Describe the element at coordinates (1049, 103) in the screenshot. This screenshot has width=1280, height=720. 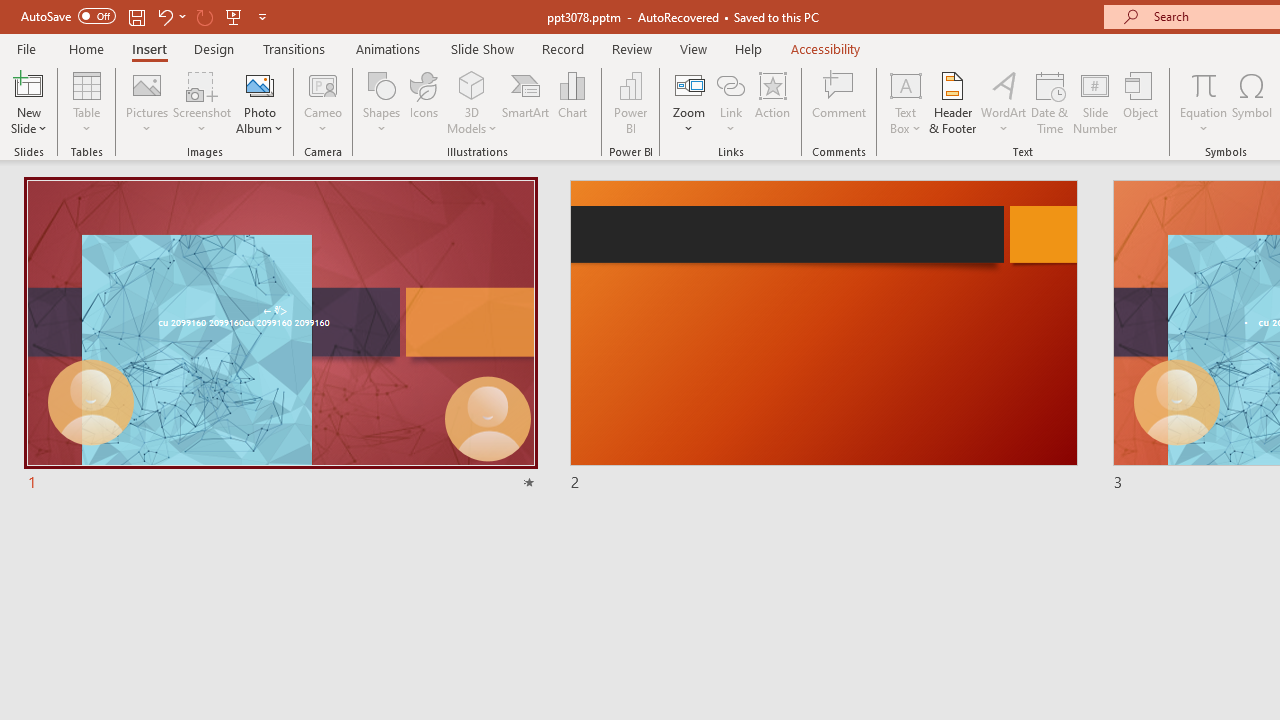
I see `'Date & Time...'` at that location.